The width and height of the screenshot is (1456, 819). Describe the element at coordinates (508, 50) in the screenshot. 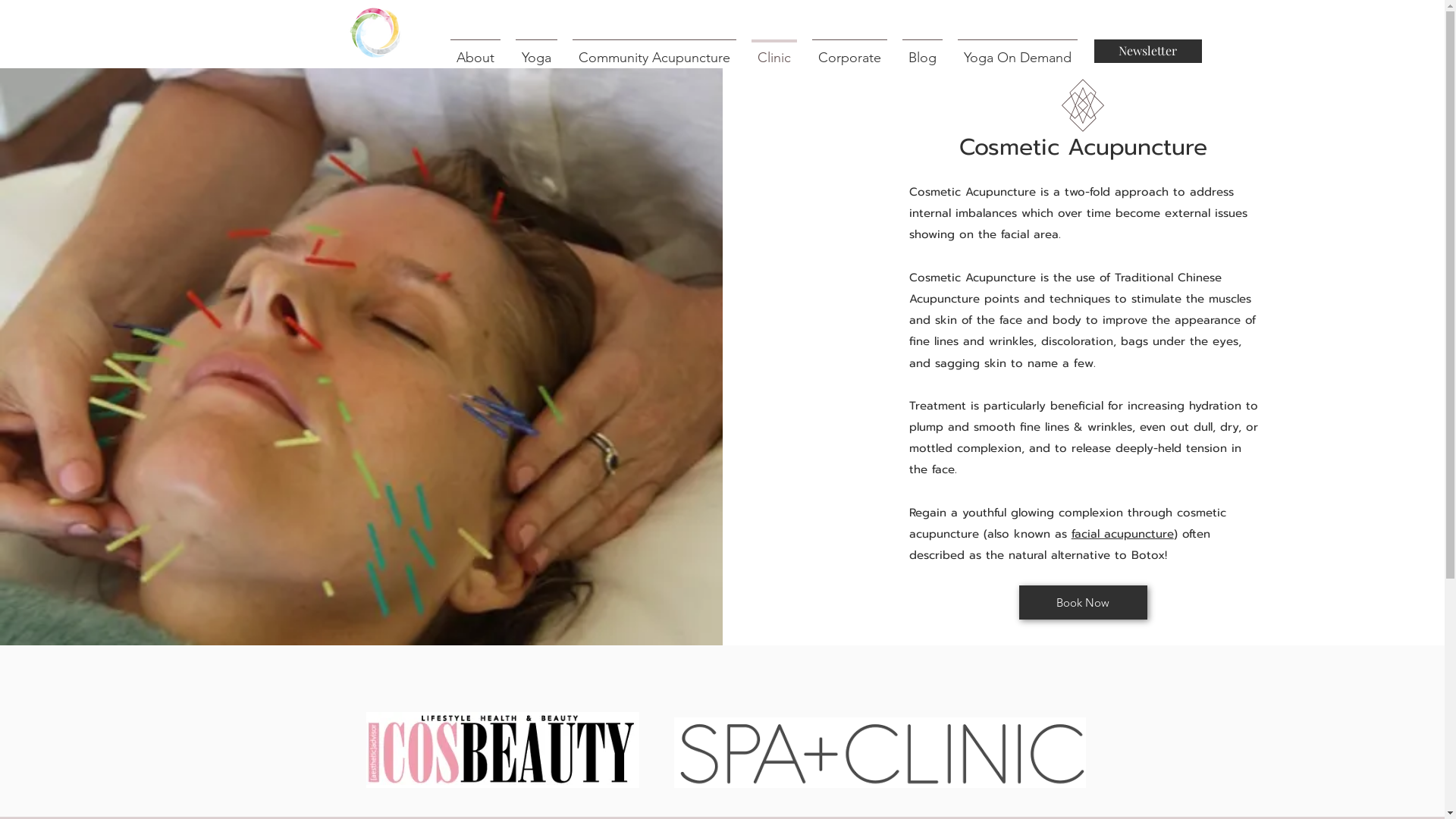

I see `'Yoga'` at that location.